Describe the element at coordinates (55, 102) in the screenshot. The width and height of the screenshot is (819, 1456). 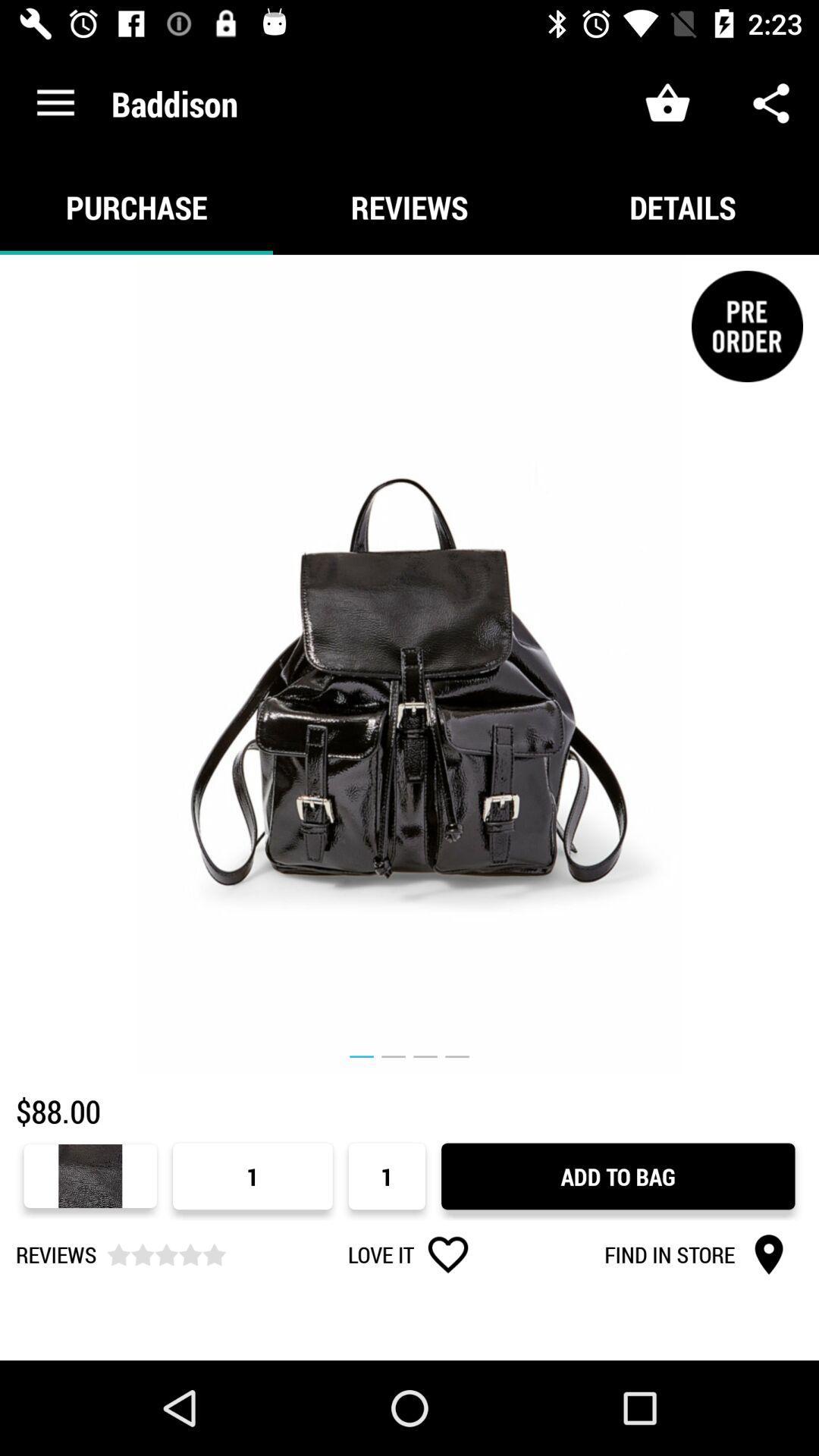
I see `the icon to the left of the baddison` at that location.